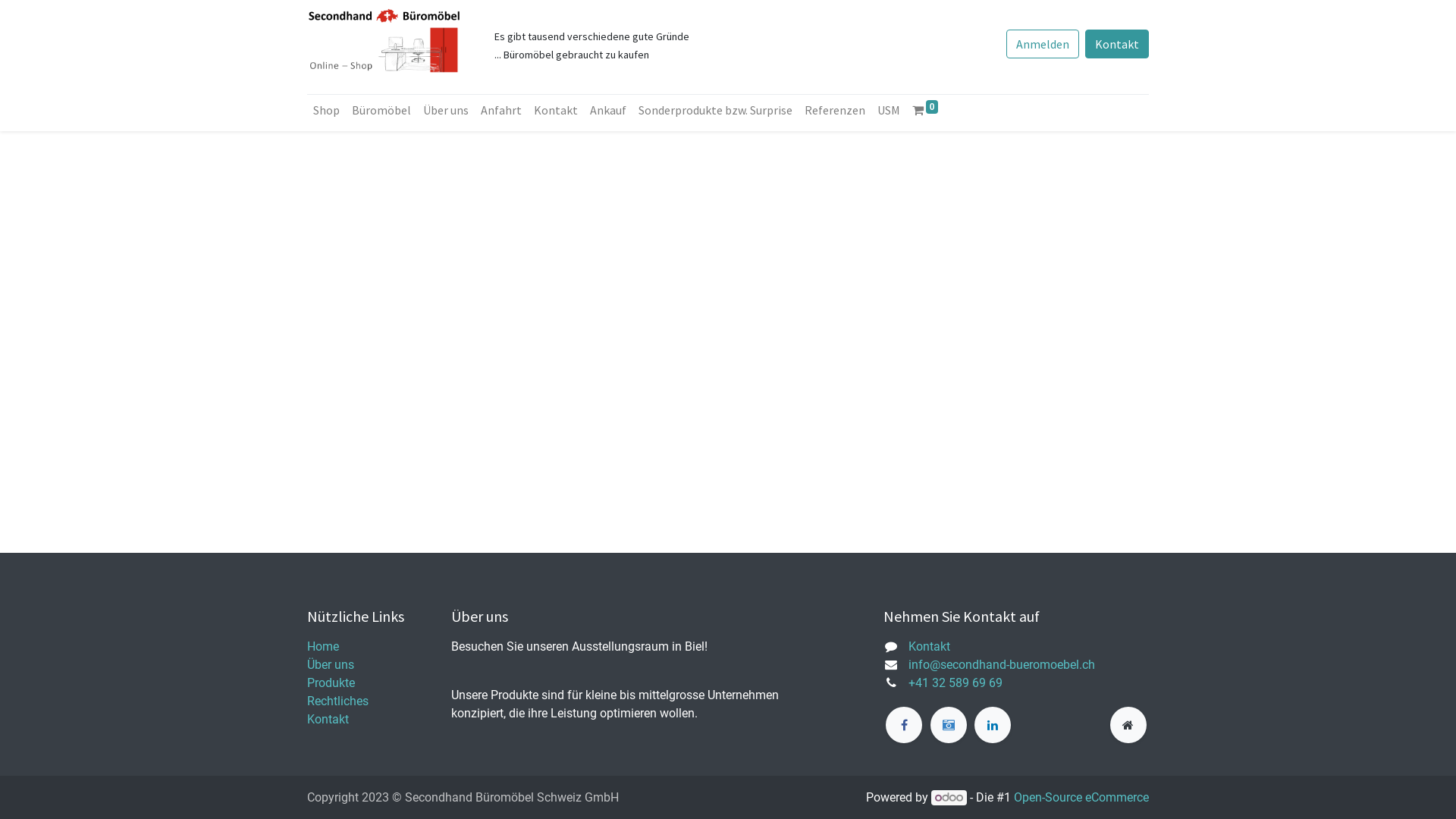 This screenshot has height=819, width=1456. What do you see at coordinates (1014, 796) in the screenshot?
I see `'Open-Source eCommerce'` at bounding box center [1014, 796].